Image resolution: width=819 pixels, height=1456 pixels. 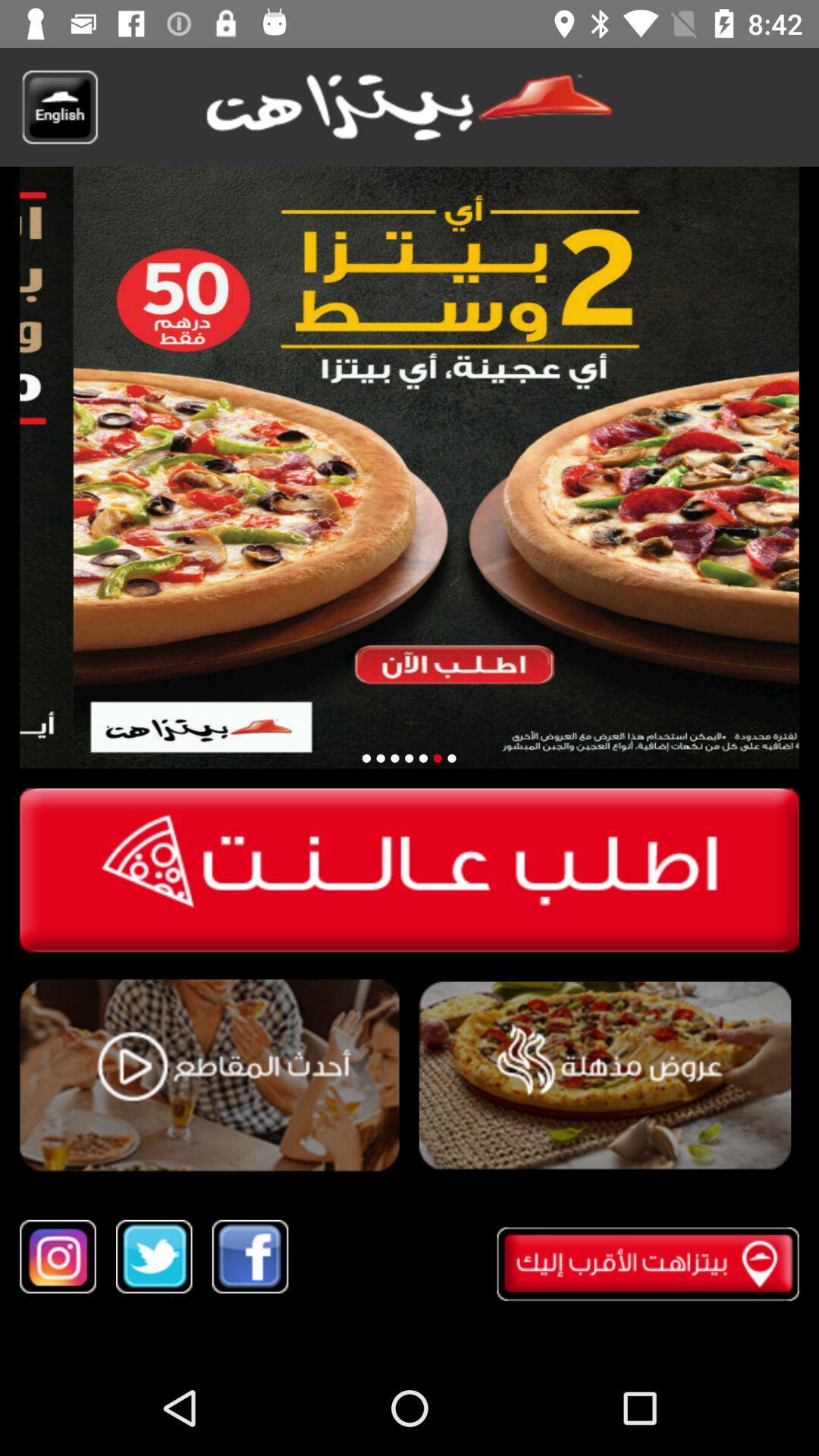 I want to click on loading, so click(x=423, y=758).